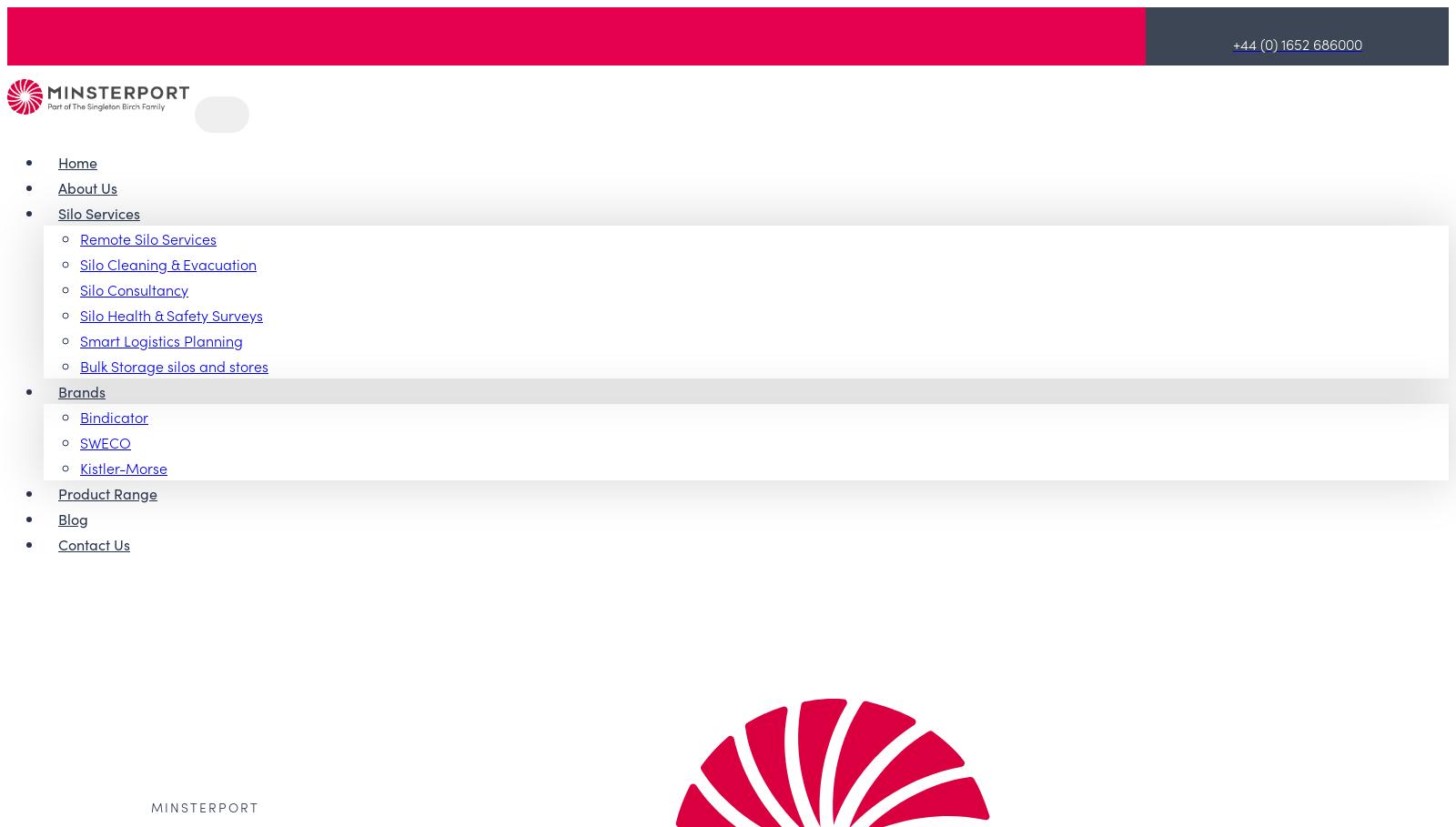  What do you see at coordinates (1230, 43) in the screenshot?
I see `'+44 (0) 1652 686000'` at bounding box center [1230, 43].